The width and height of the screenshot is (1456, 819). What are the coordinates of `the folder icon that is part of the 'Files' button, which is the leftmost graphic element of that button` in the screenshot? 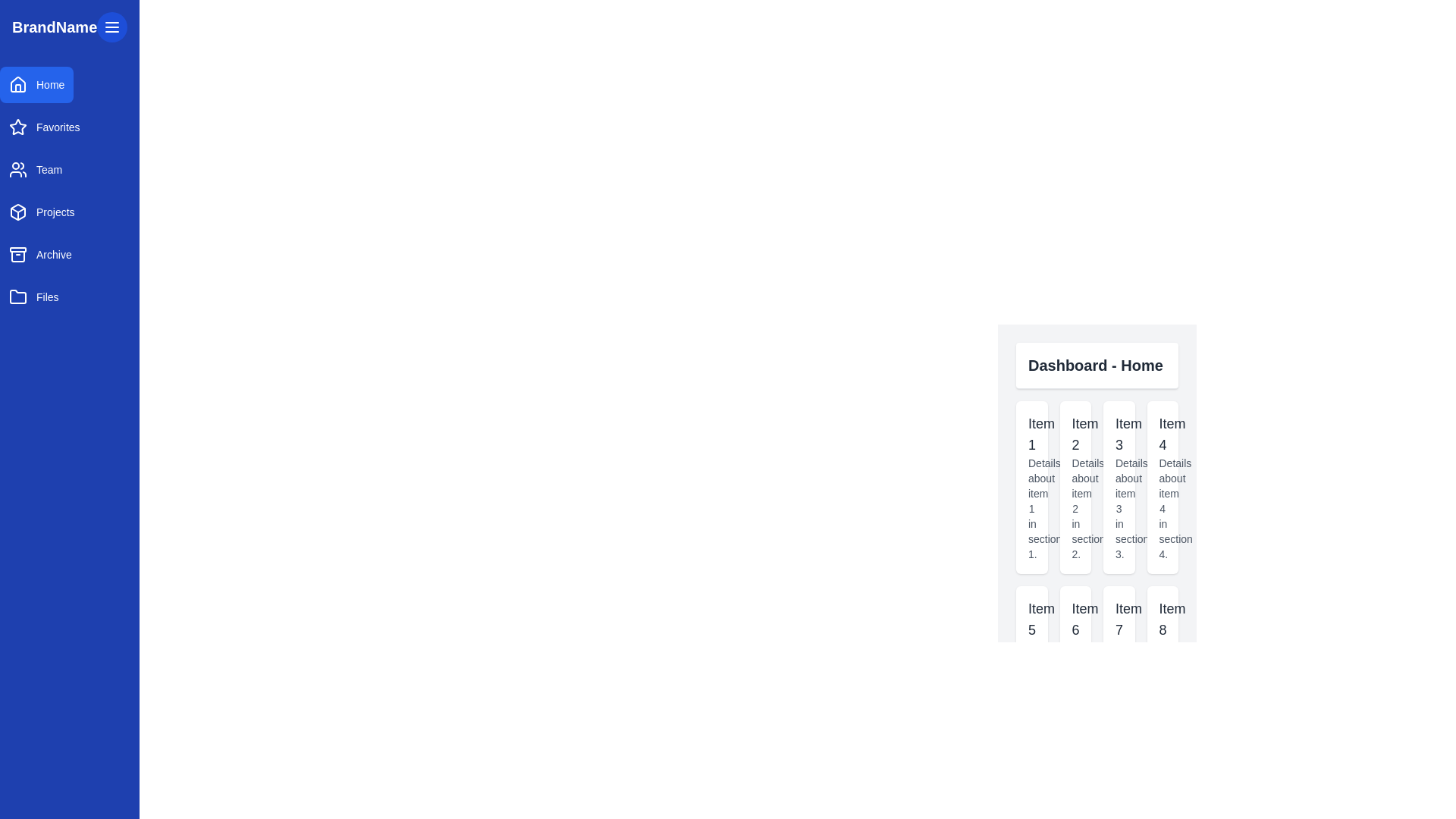 It's located at (18, 297).